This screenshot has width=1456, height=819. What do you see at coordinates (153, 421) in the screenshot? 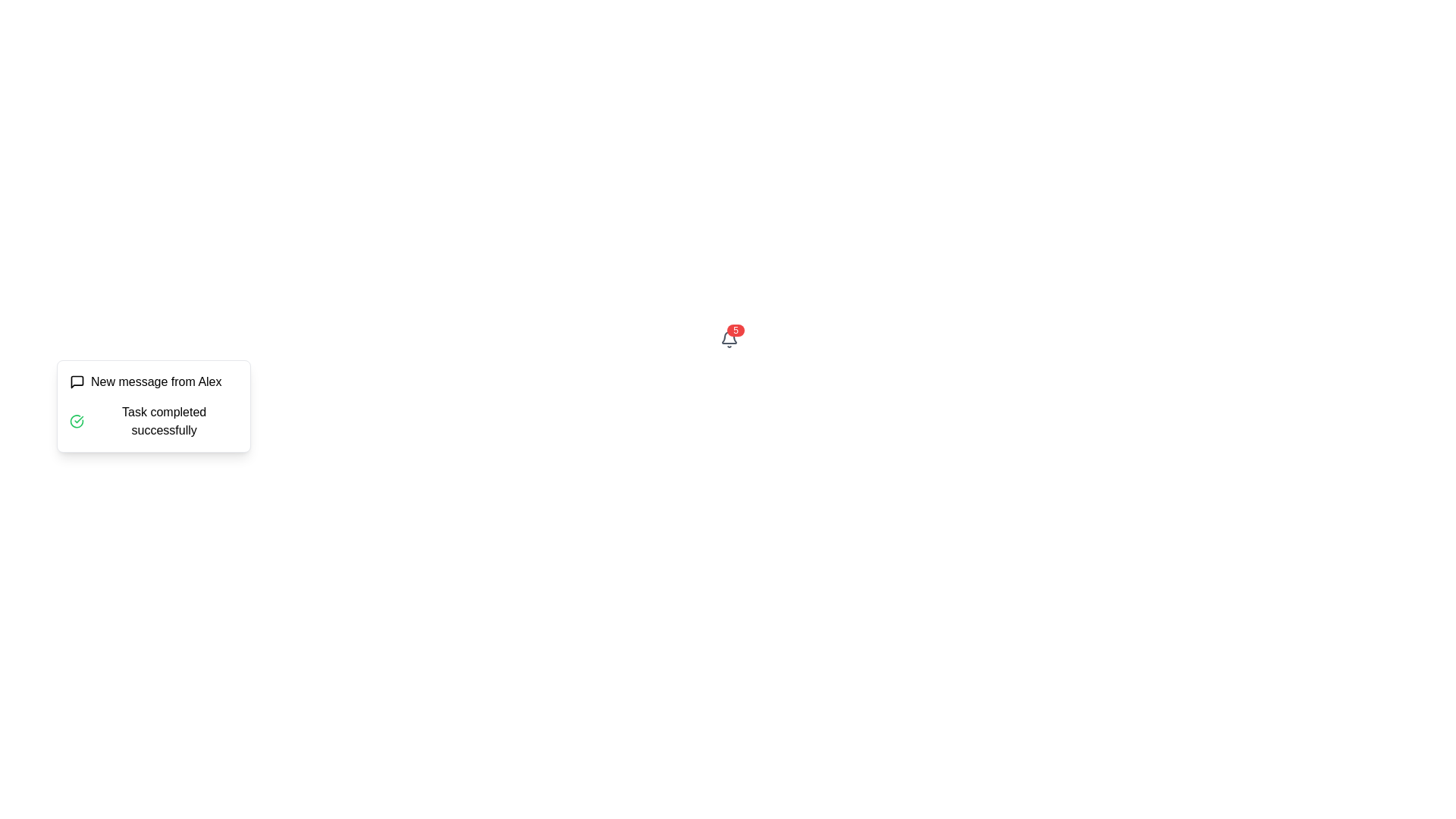
I see `confirmation message indicating that a task has been completed successfully, located below the message 'New message from Alex'` at bounding box center [153, 421].